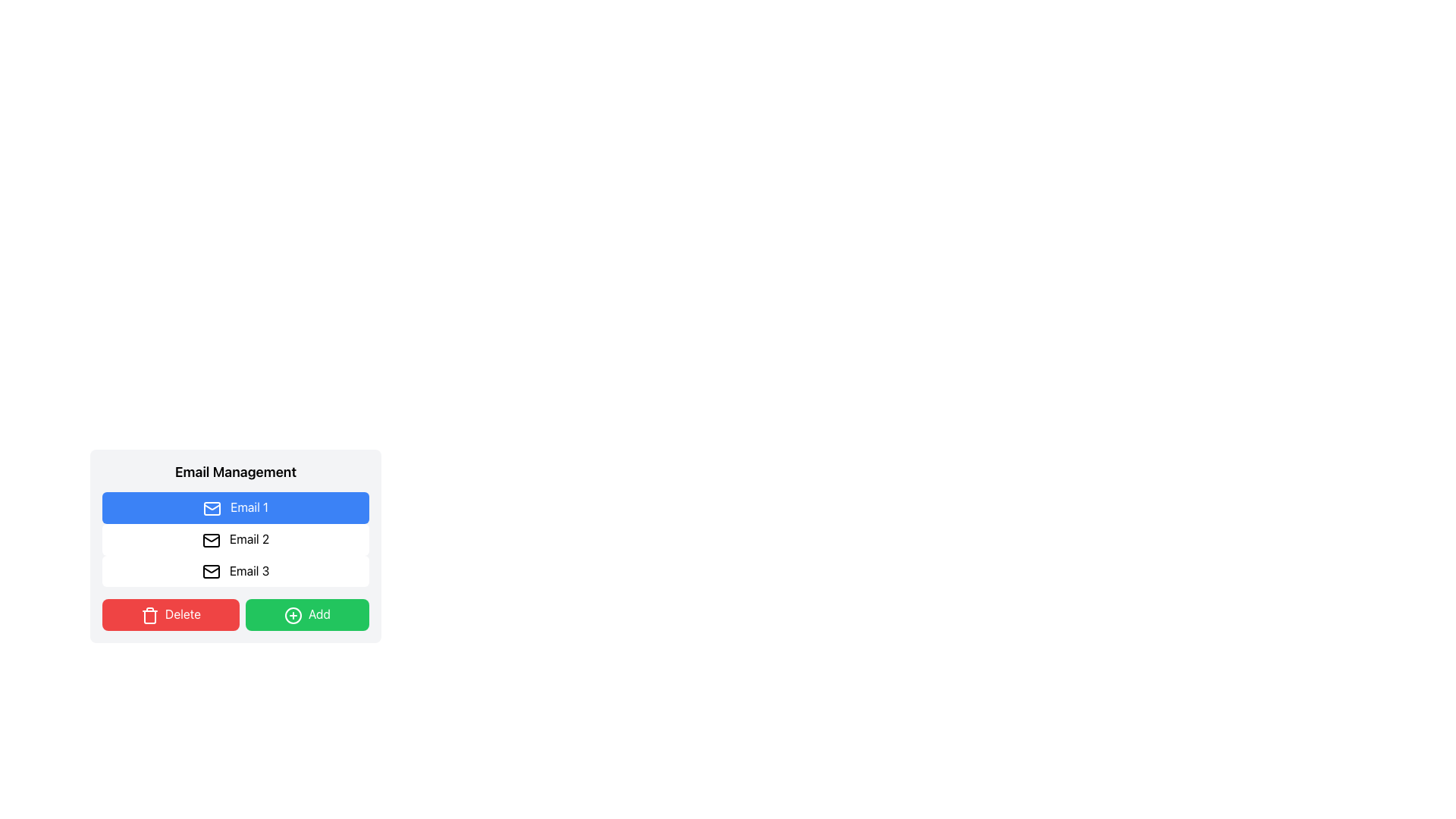 This screenshot has width=1456, height=819. I want to click on the 'Email 2' button to interact, so click(235, 538).